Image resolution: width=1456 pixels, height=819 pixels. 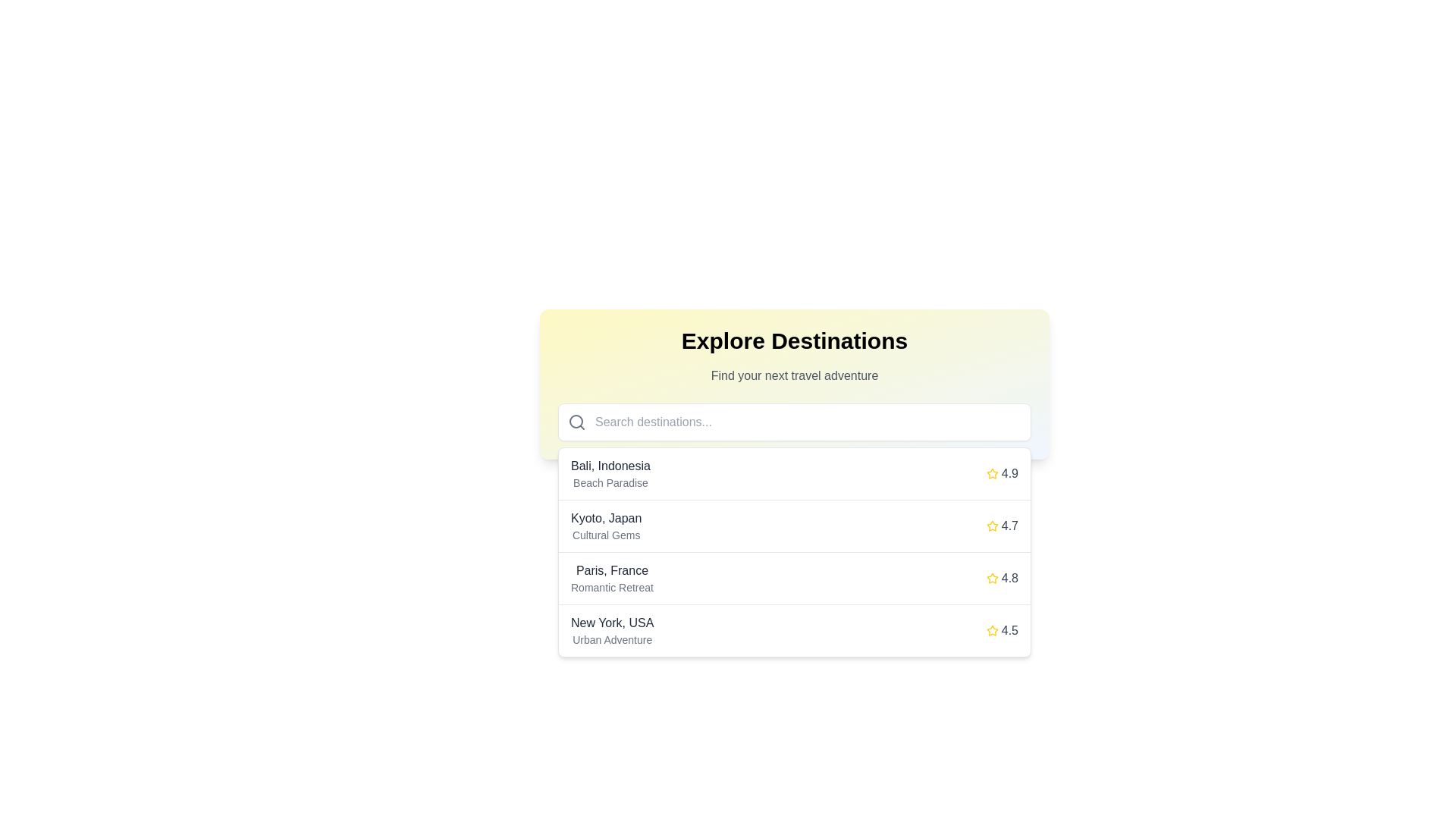 I want to click on the text block containing 'New York, USA' and 'Urban Adventure', which is the fourth item in a vertical list, so click(x=612, y=631).